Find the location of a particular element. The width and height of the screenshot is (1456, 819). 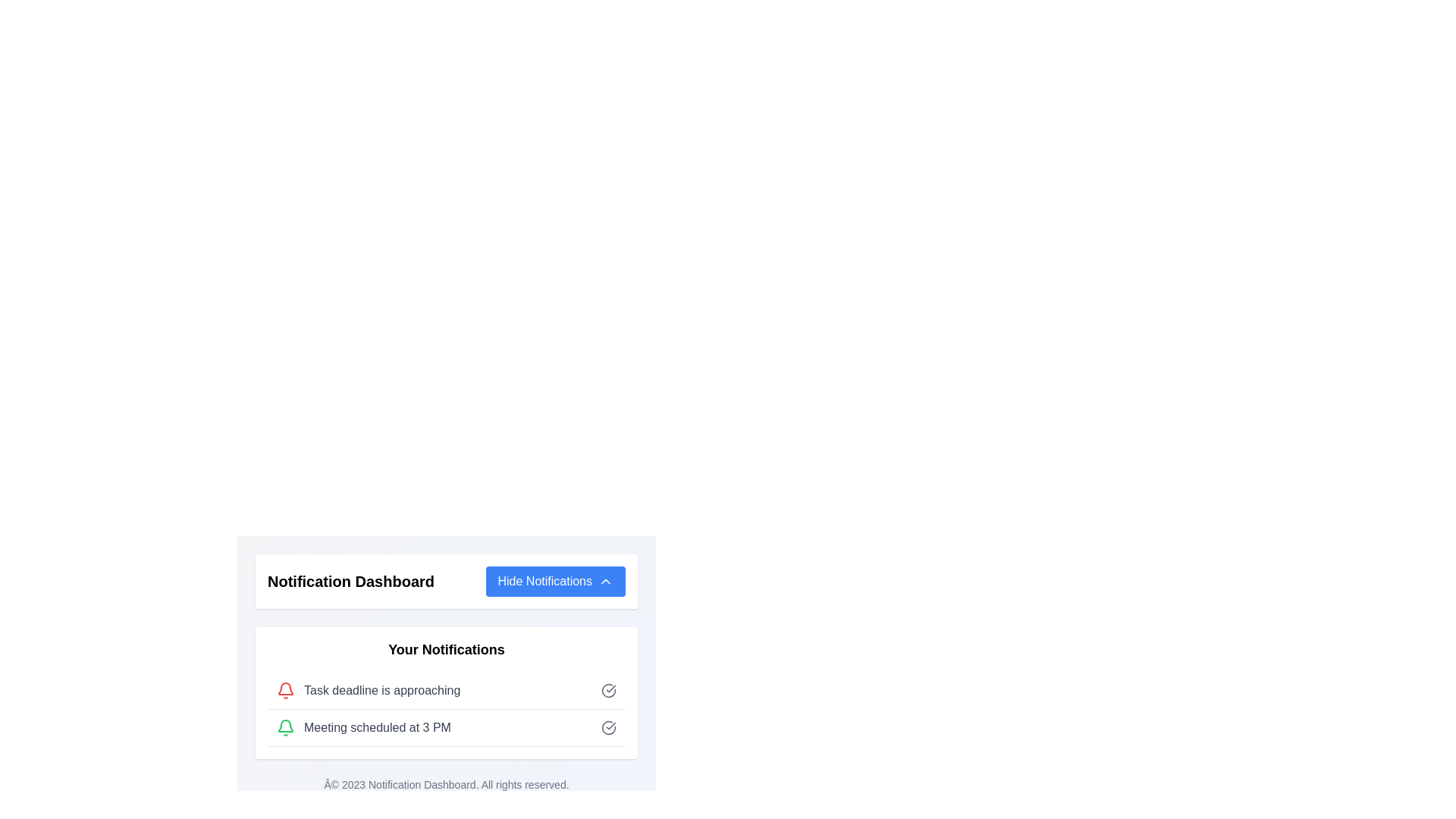

the action icon button located on the far right side of the notification item that includes the text 'Task deadline is approaching' is located at coordinates (608, 690).